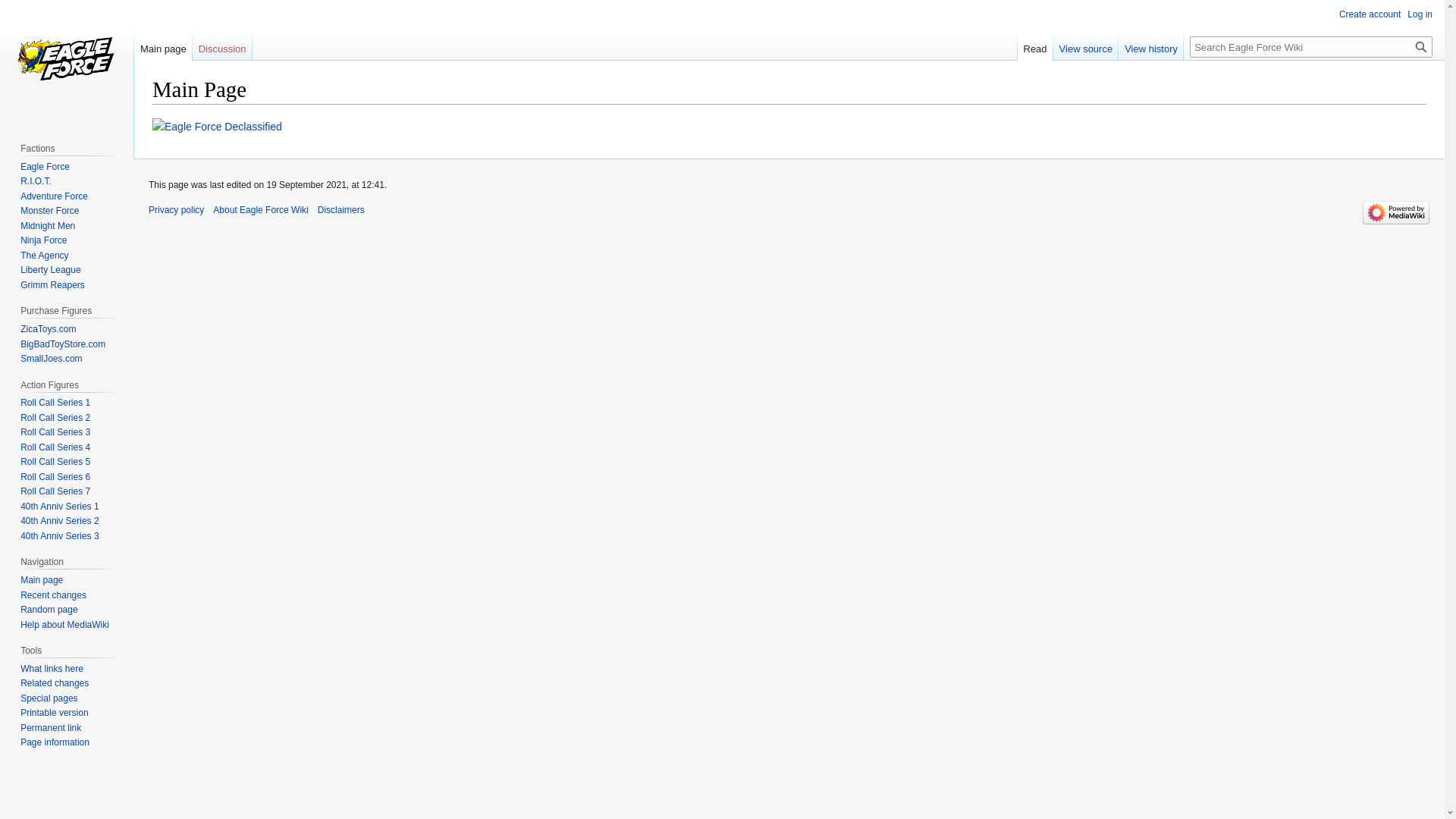 Image resolution: width=1456 pixels, height=819 pixels. What do you see at coordinates (1420, 45) in the screenshot?
I see `'Search the pages for this text'` at bounding box center [1420, 45].